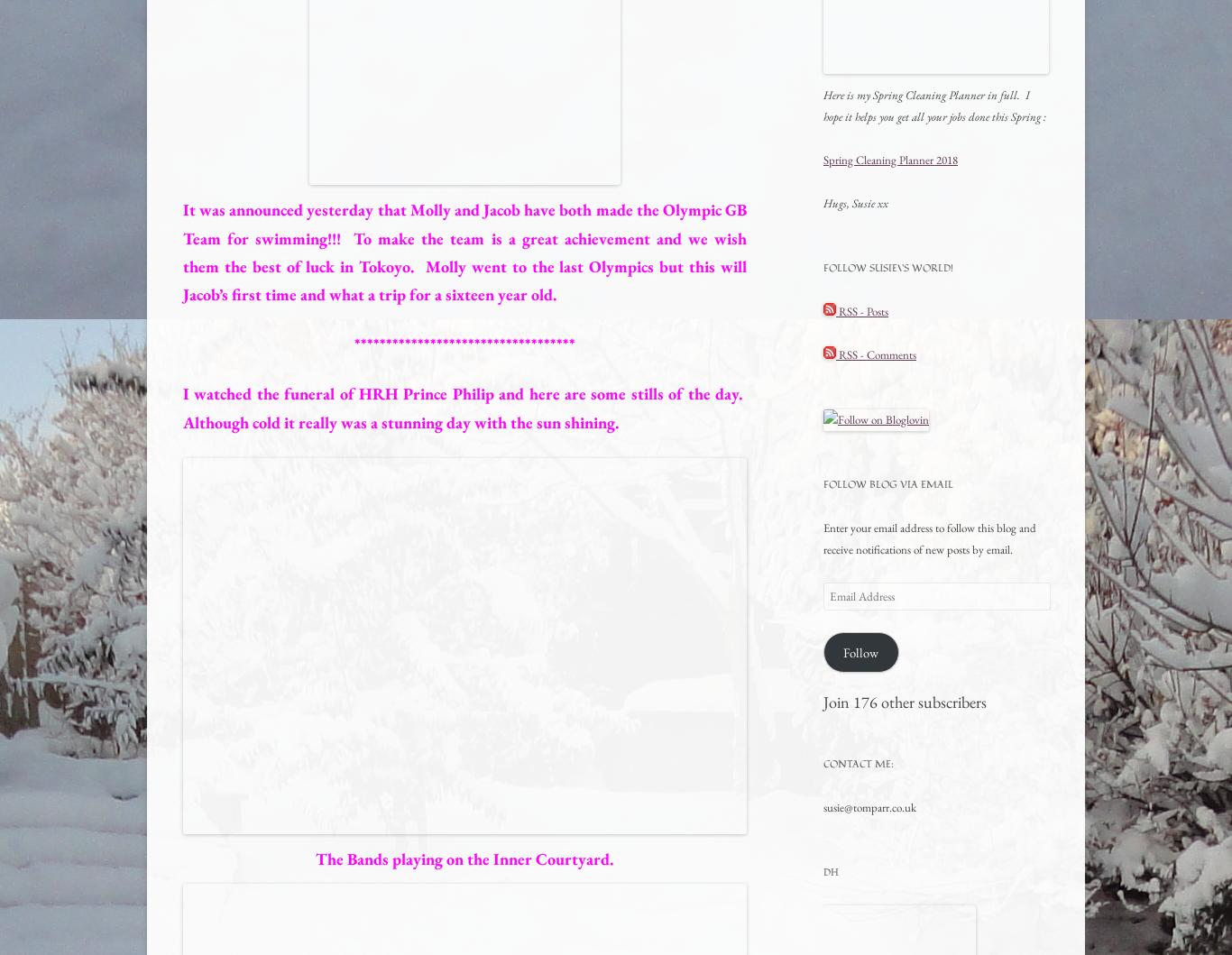  What do you see at coordinates (858, 763) in the screenshot?
I see `'Contact me:'` at bounding box center [858, 763].